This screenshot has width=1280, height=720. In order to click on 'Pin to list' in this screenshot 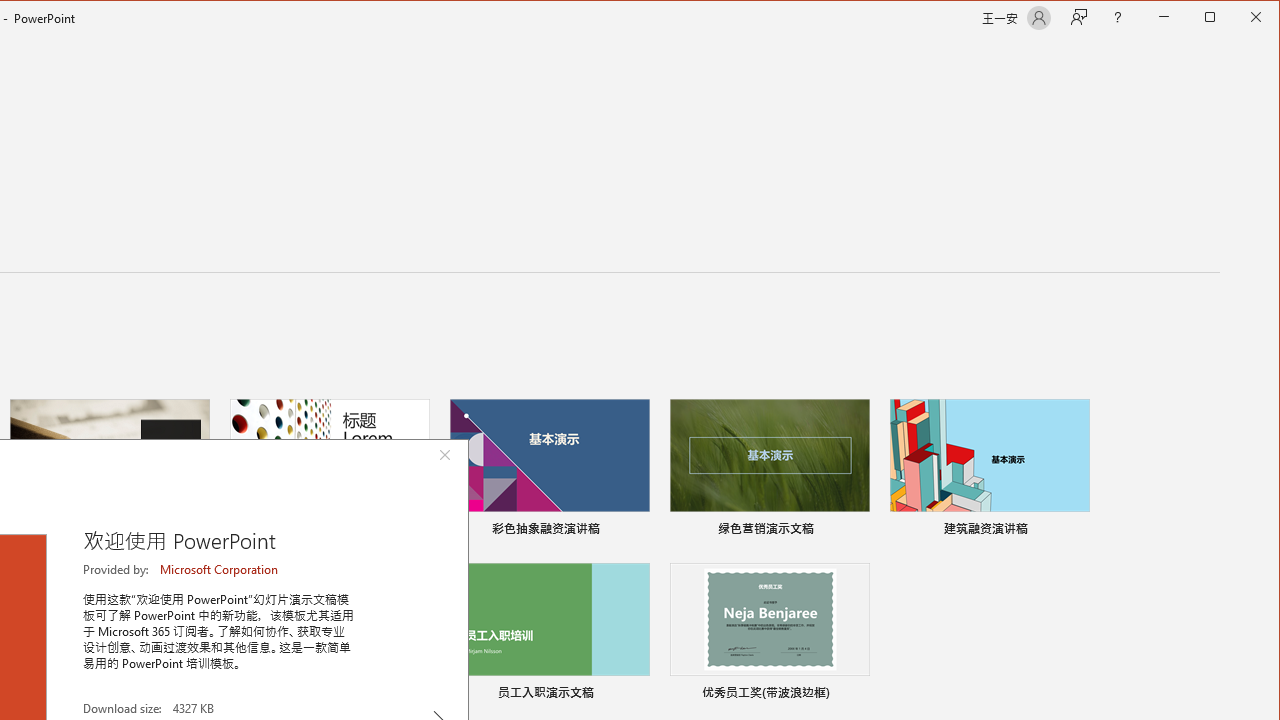, I will do `click(856, 694)`.